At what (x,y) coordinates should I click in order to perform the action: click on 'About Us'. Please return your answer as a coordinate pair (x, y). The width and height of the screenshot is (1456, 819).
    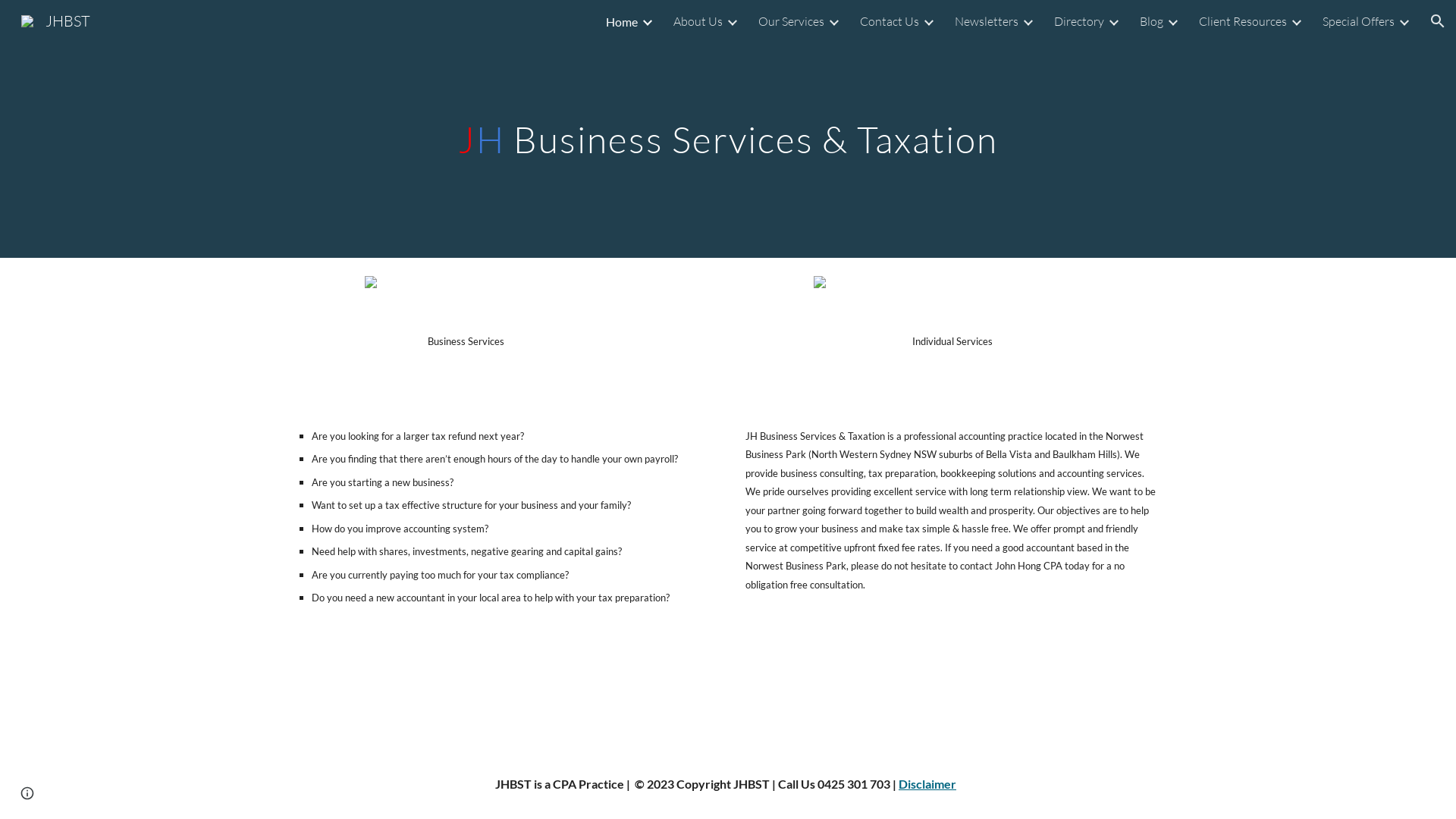
    Looking at the image, I should click on (673, 20).